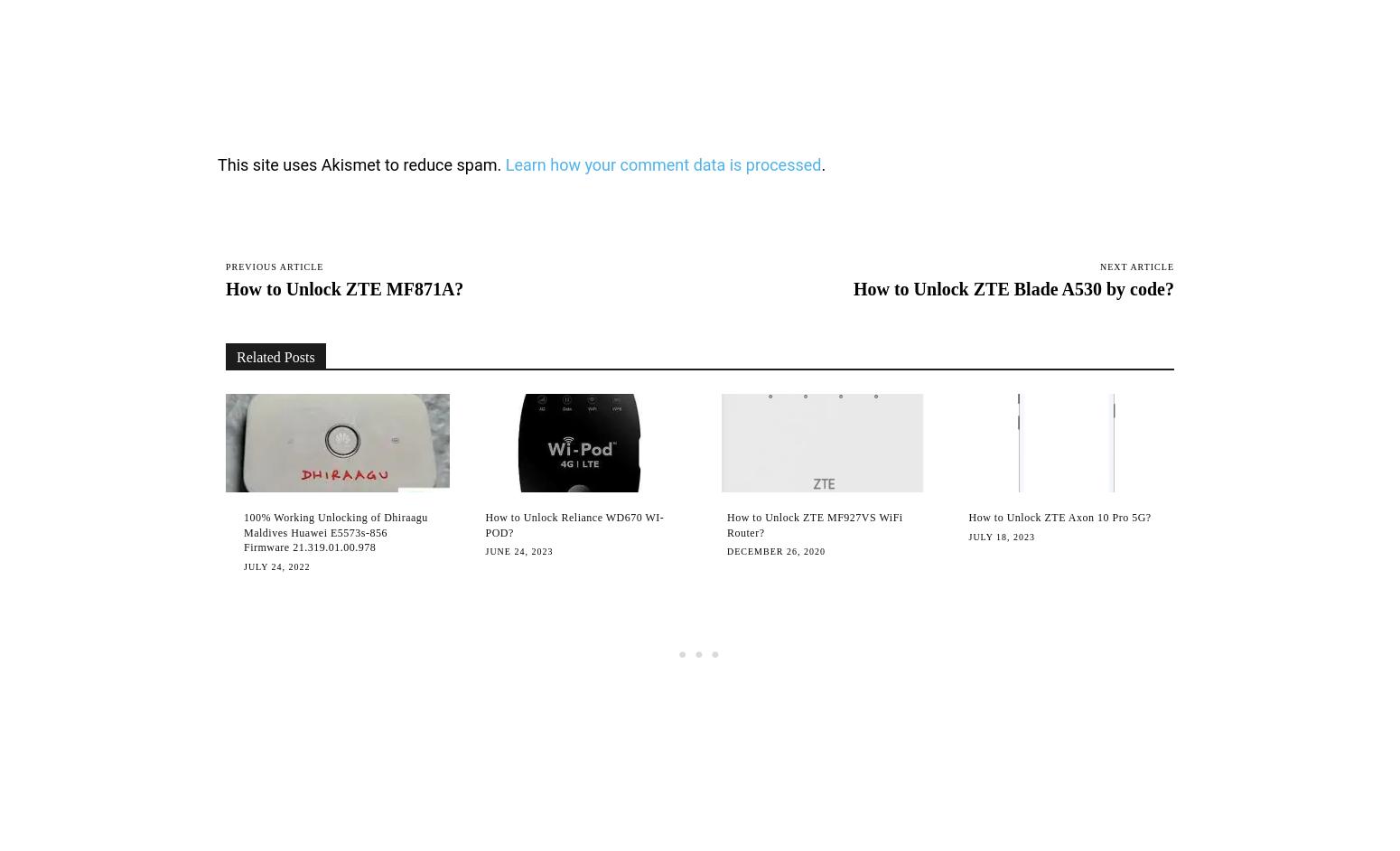 This screenshot has width=1400, height=851. Describe the element at coordinates (1059, 516) in the screenshot. I see `'How to Unlock ZTE Axon 10 Pro 5G?'` at that location.